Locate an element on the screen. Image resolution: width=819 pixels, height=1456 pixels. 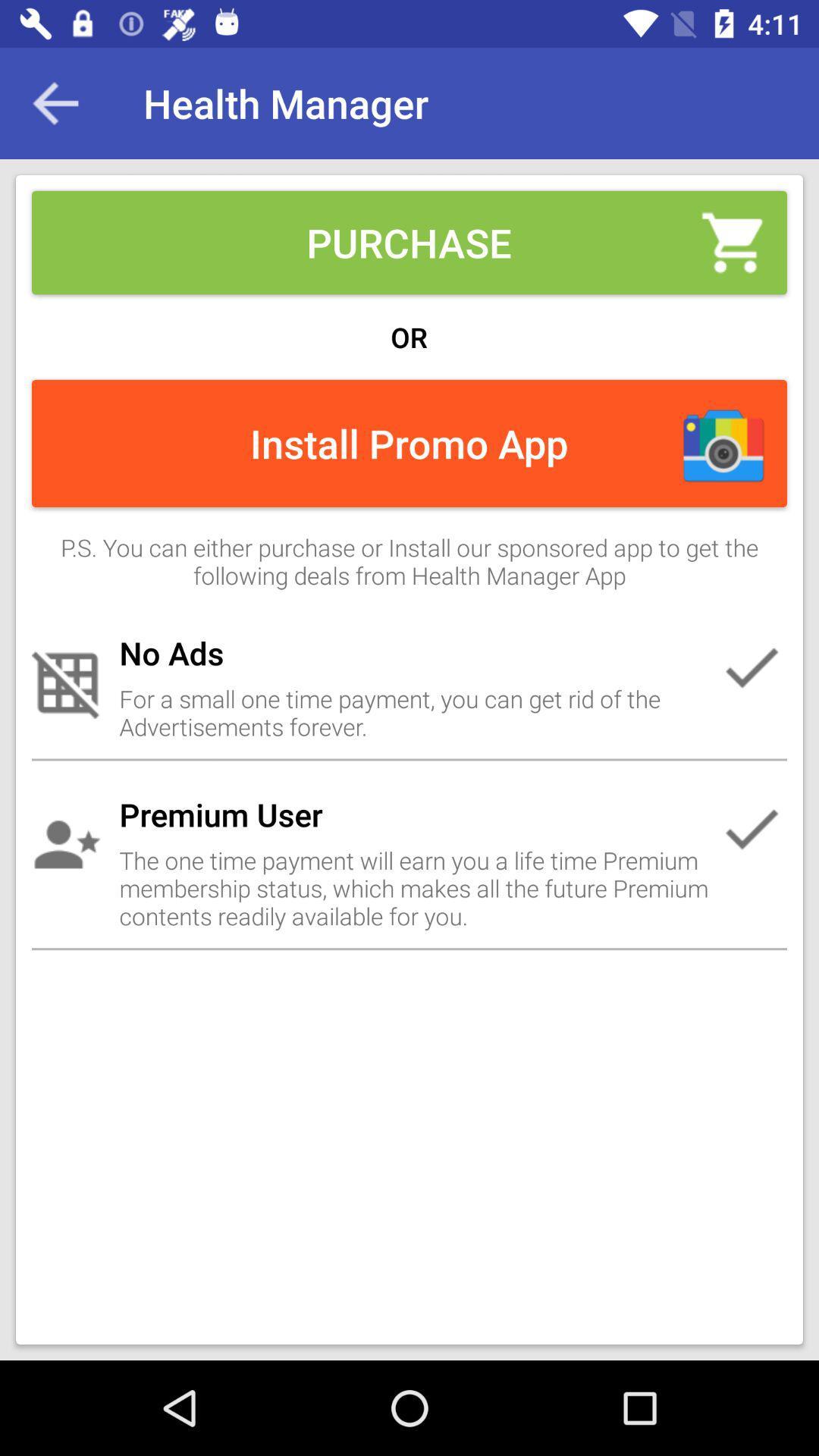
app next to health manager is located at coordinates (55, 102).